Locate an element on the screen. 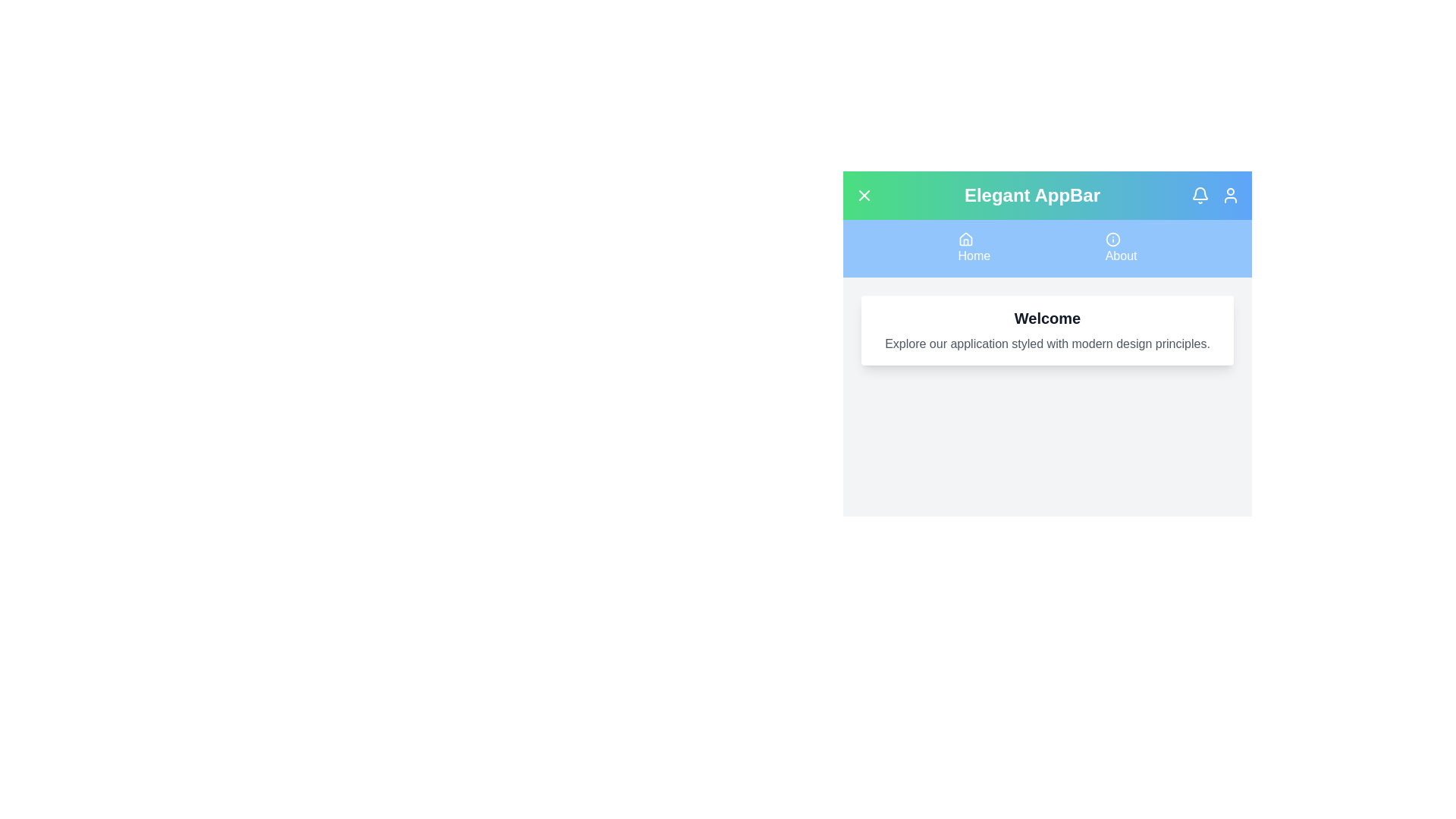  the menu toggle button to toggle the menu visibility is located at coordinates (864, 195).